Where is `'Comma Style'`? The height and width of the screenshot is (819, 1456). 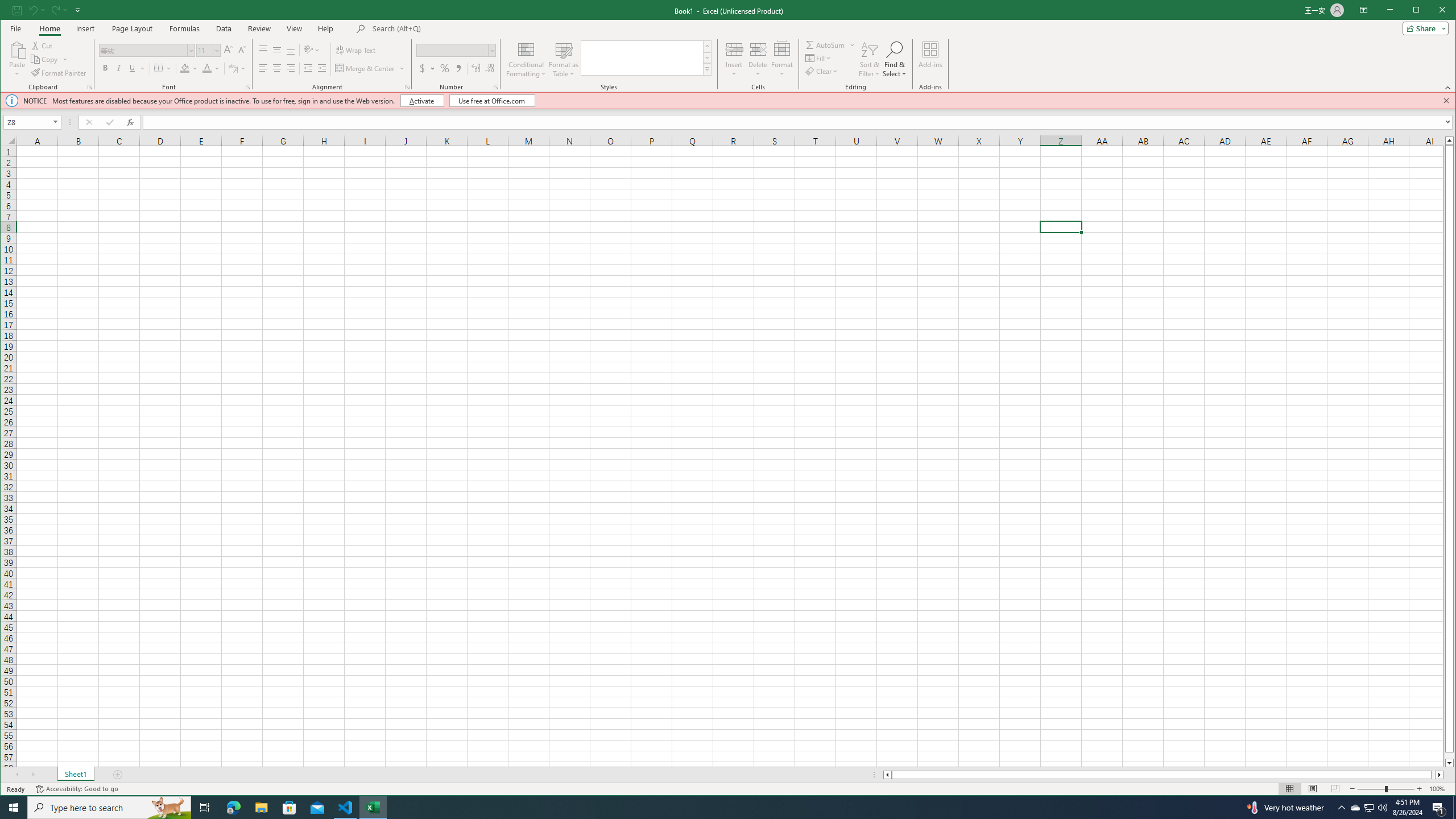 'Comma Style' is located at coordinates (458, 68).